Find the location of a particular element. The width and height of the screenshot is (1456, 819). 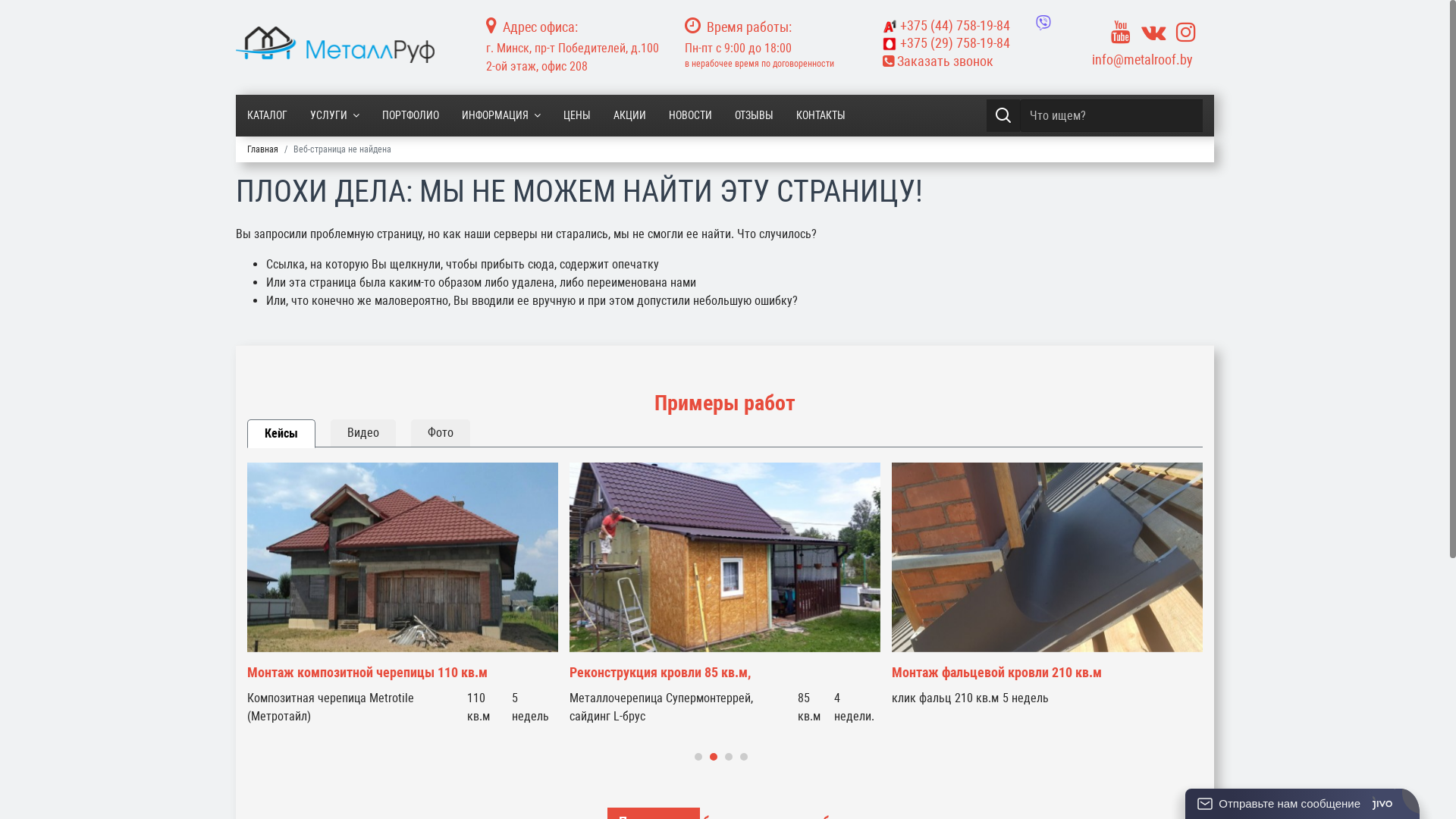

'+375 (44) 758-19-84' is located at coordinates (946, 25).